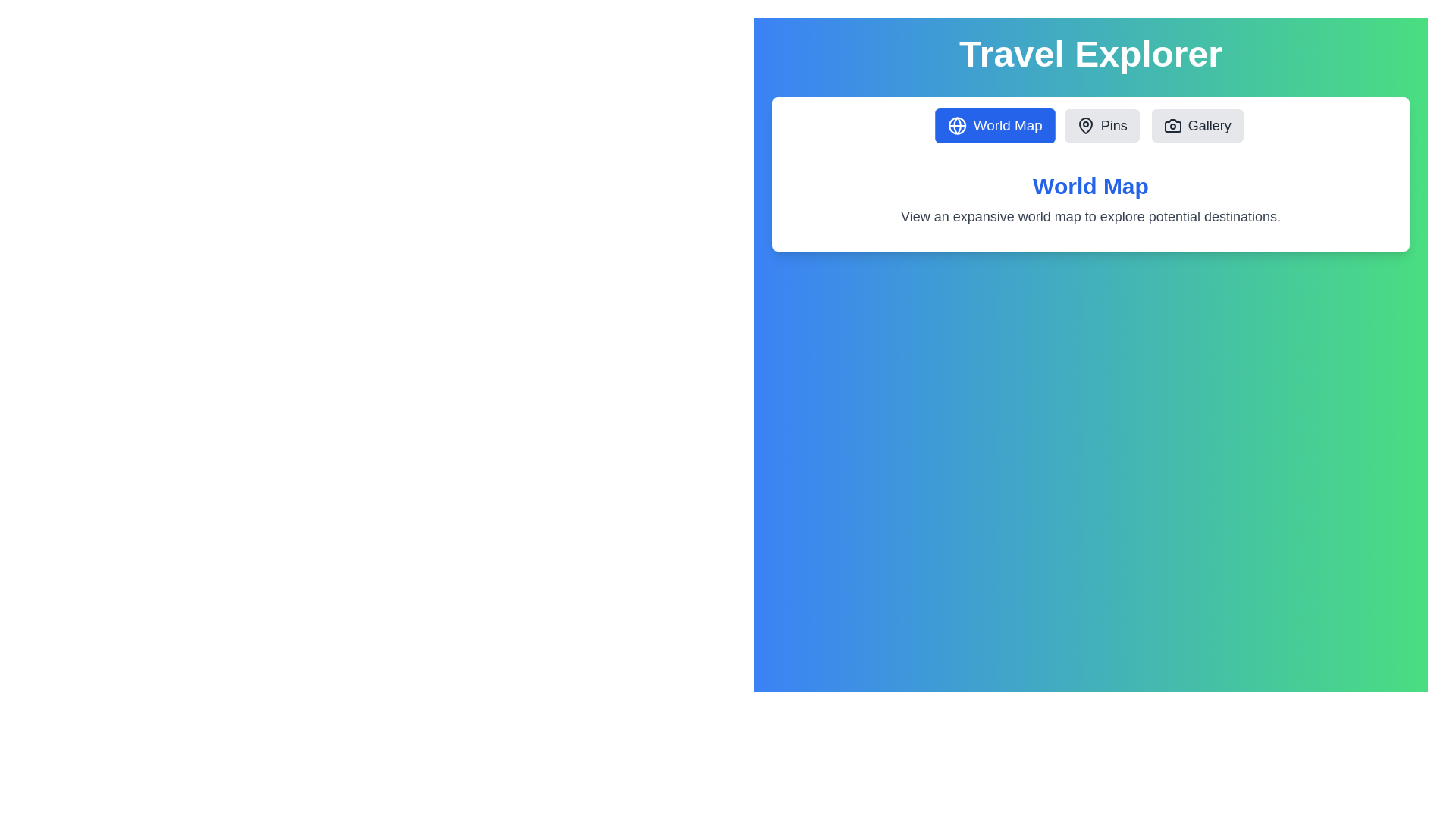 This screenshot has height=819, width=1456. Describe the element at coordinates (1197, 124) in the screenshot. I see `the tab labeled Gallery` at that location.